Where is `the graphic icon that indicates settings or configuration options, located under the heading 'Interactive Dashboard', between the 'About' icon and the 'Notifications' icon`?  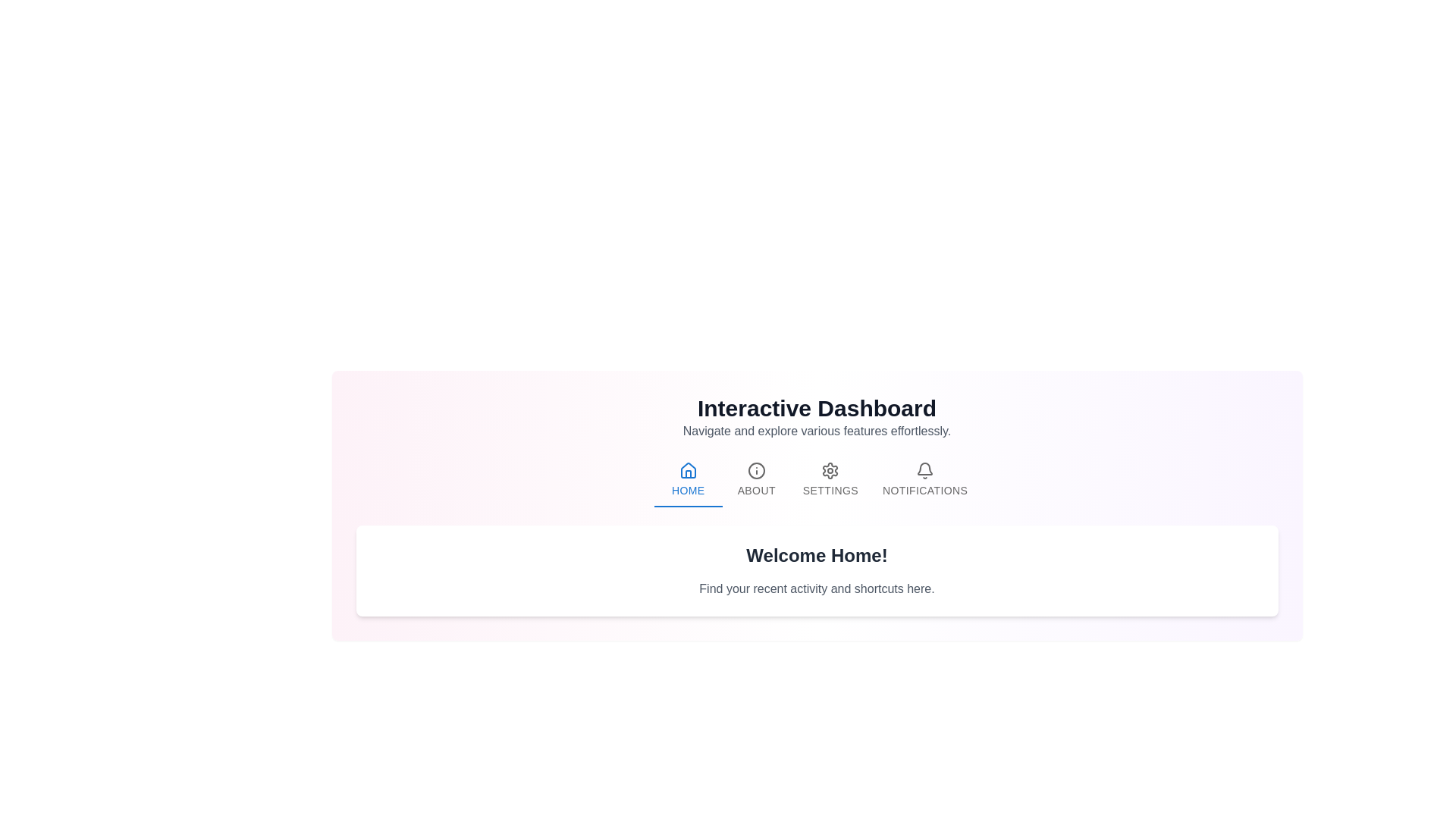
the graphic icon that indicates settings or configuration options, located under the heading 'Interactive Dashboard', between the 'About' icon and the 'Notifications' icon is located at coordinates (830, 470).